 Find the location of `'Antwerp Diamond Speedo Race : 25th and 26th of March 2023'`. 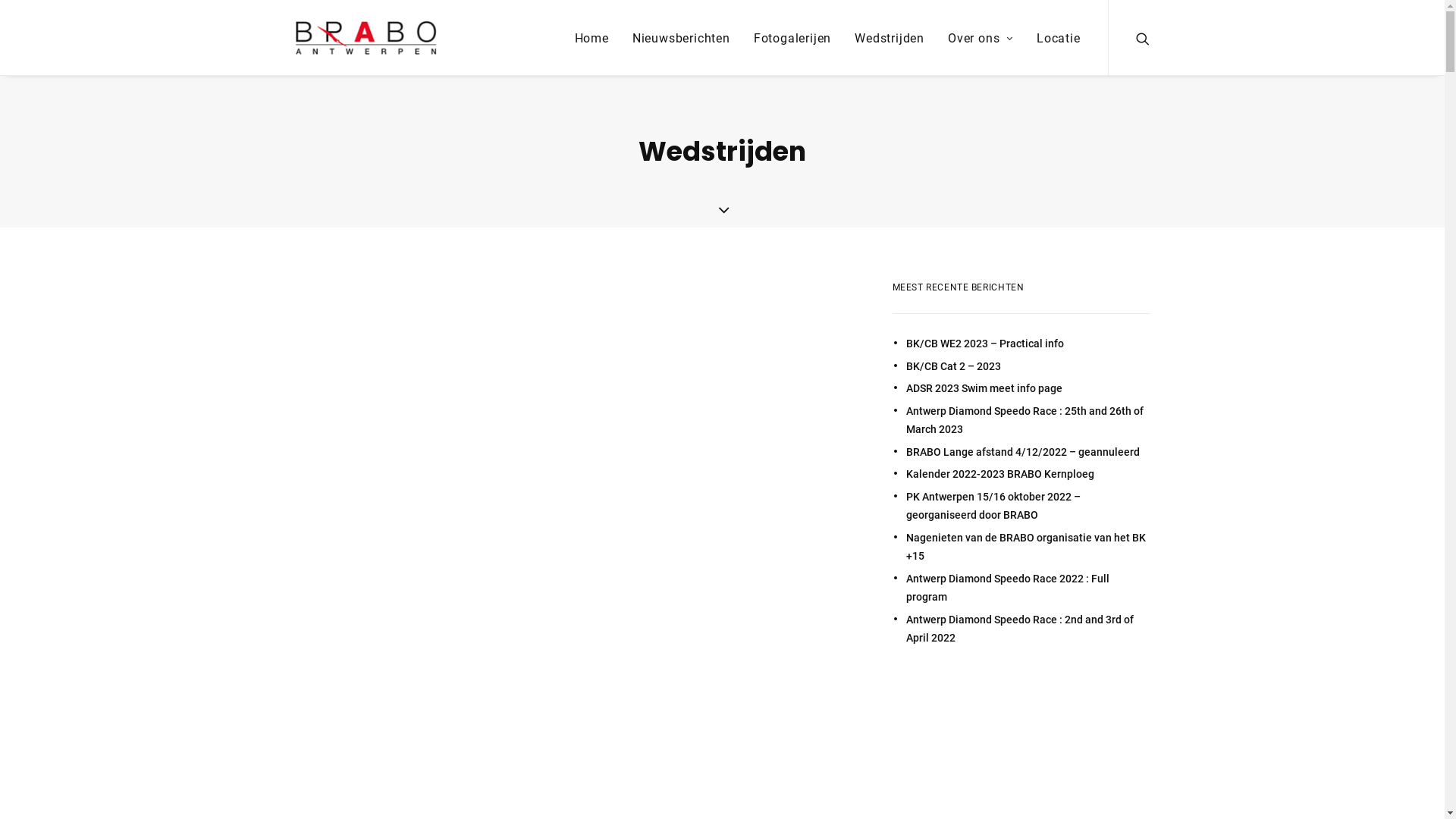

'Antwerp Diamond Speedo Race : 25th and 26th of March 2023' is located at coordinates (1027, 420).